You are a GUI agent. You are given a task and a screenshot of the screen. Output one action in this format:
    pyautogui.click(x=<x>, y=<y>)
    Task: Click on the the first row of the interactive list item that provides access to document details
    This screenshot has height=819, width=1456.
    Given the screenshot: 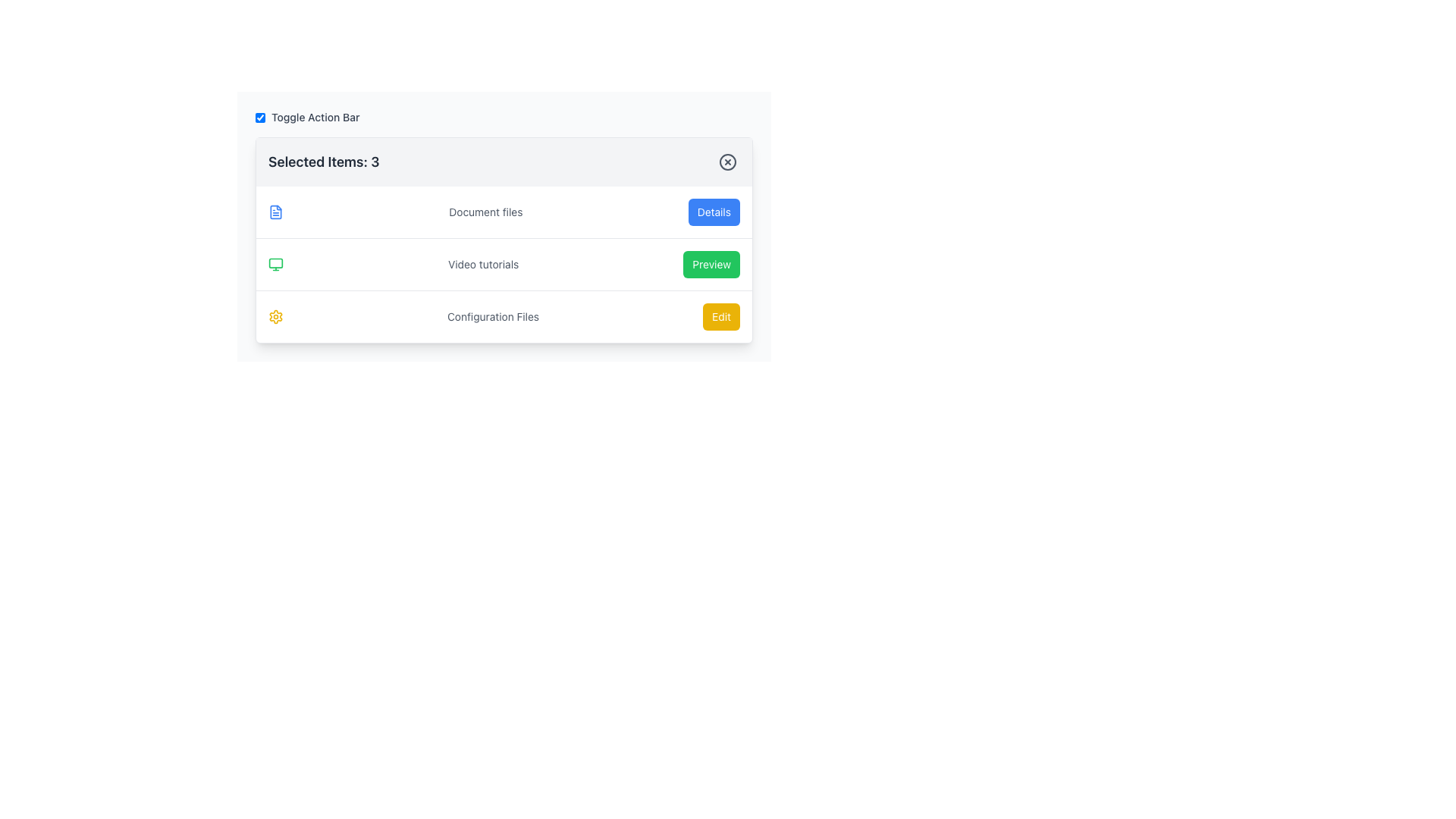 What is the action you would take?
    pyautogui.click(x=504, y=212)
    